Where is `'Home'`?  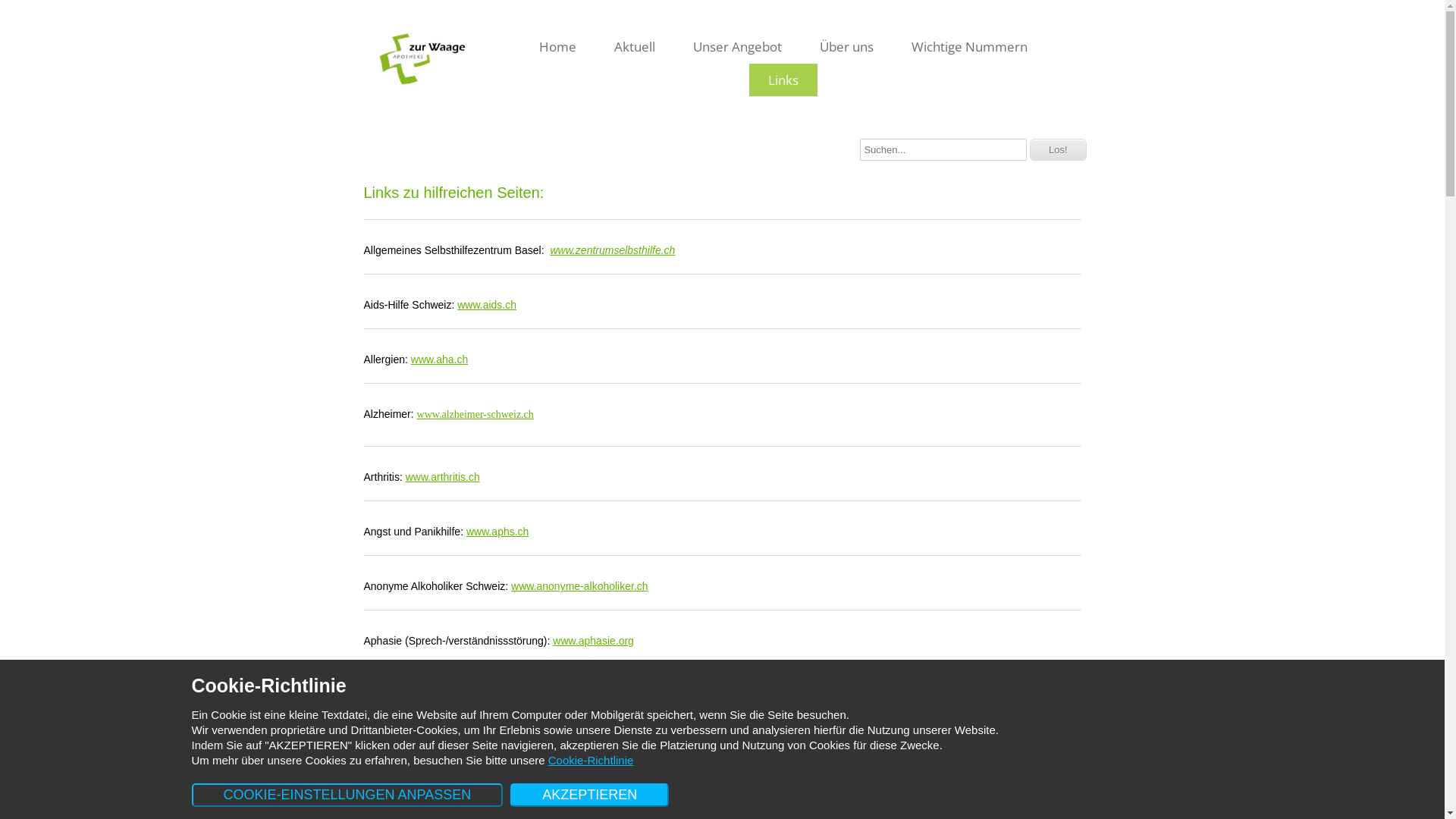 'Home' is located at coordinates (520, 45).